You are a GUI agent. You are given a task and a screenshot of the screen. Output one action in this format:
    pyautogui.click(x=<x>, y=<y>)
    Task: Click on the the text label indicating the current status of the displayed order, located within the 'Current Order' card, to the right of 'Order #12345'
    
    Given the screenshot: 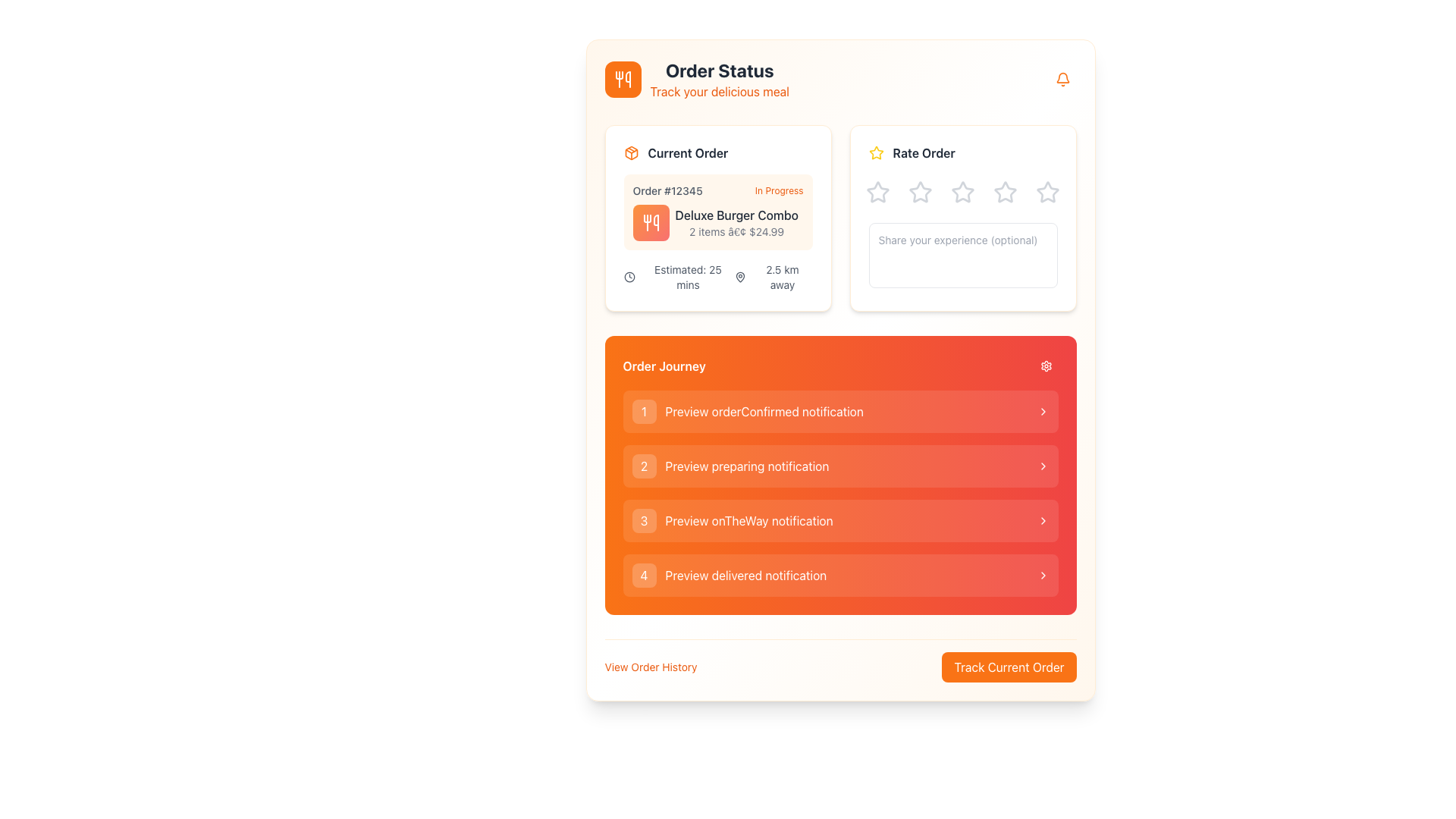 What is the action you would take?
    pyautogui.click(x=779, y=190)
    